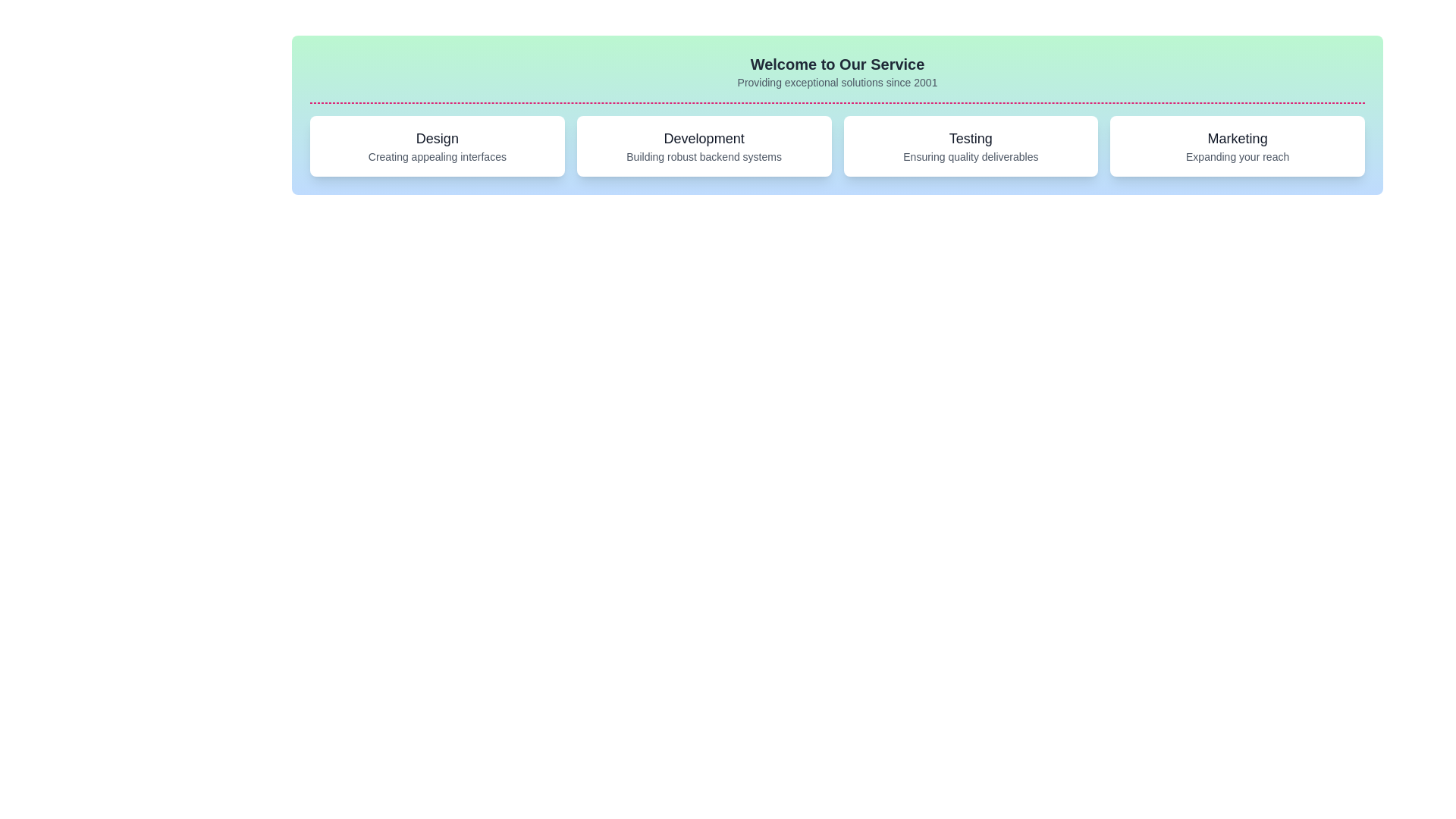 The width and height of the screenshot is (1456, 819). I want to click on the 'Marketing' heading text in the rightmost card, so click(1238, 138).